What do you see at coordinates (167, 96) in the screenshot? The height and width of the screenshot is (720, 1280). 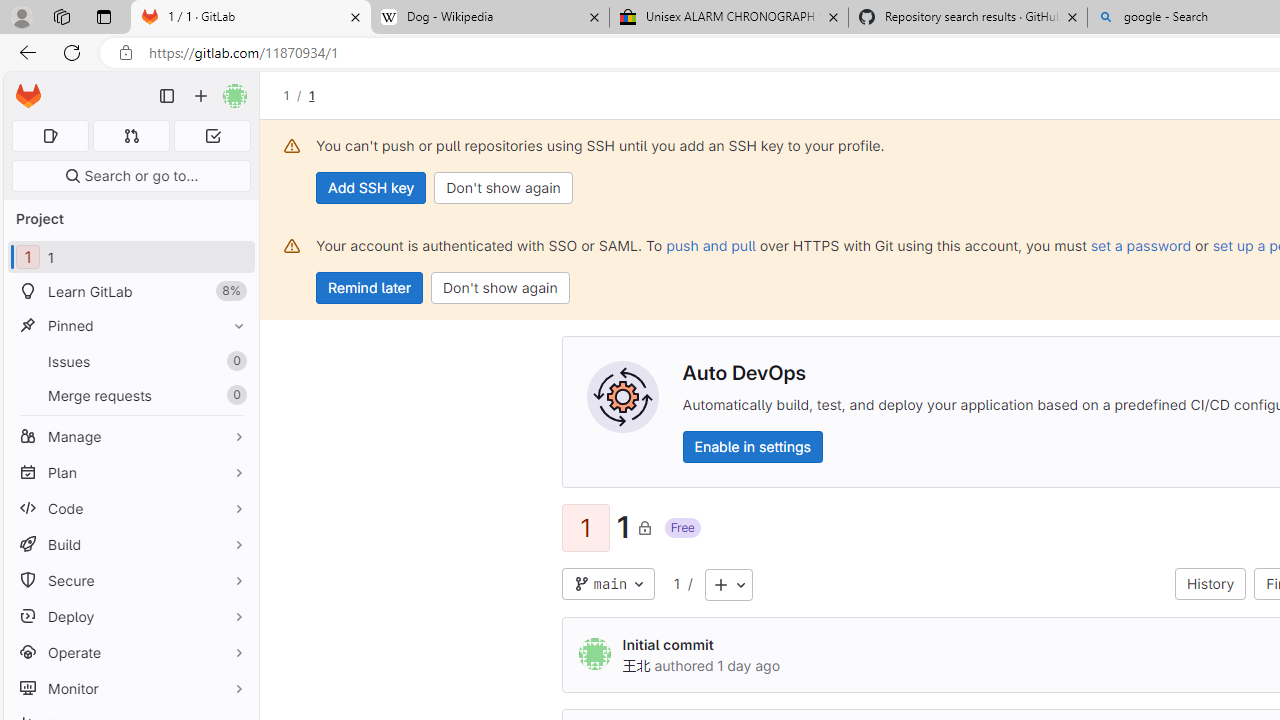 I see `'Primary navigation sidebar'` at bounding box center [167, 96].